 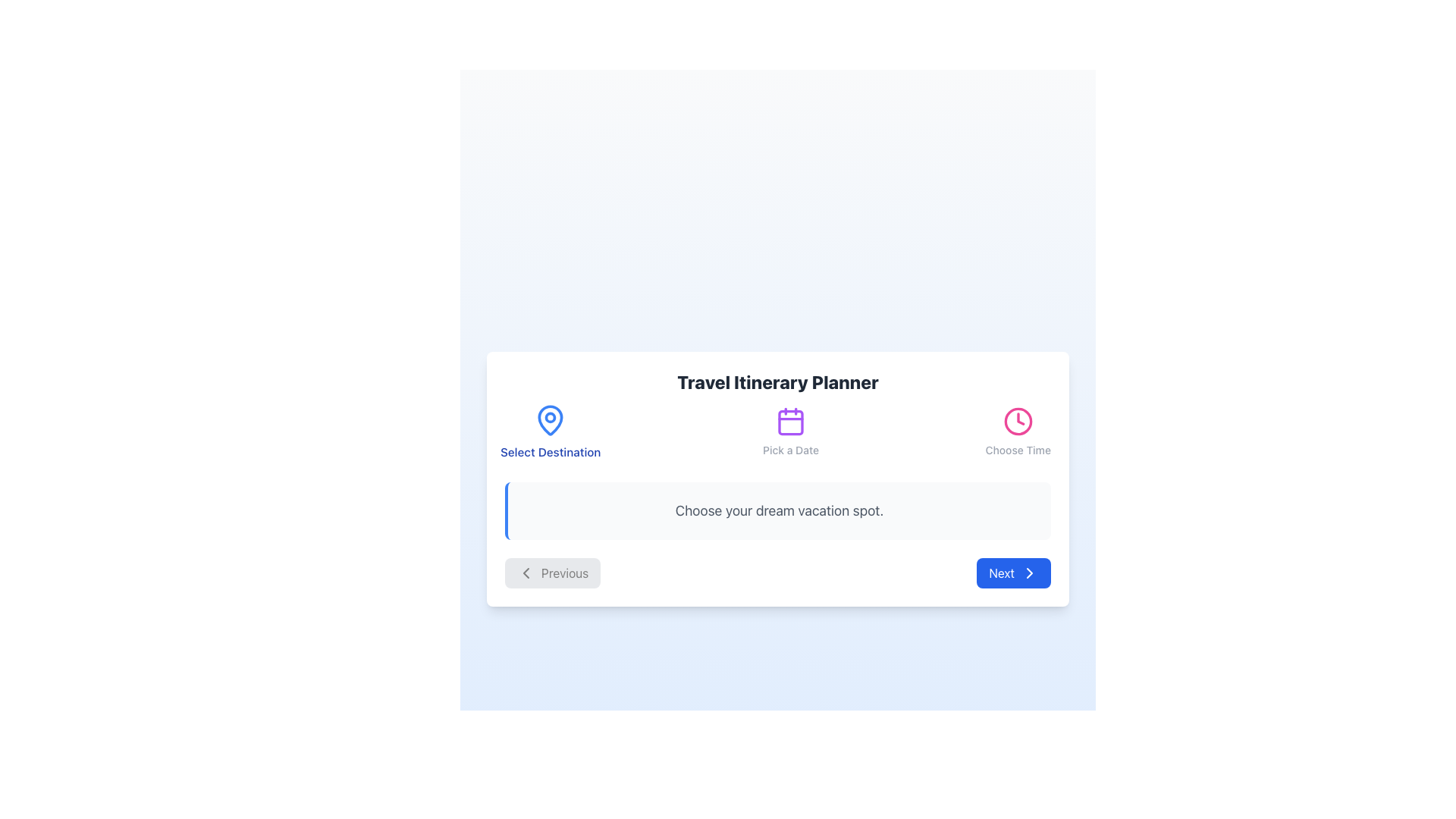 What do you see at coordinates (550, 451) in the screenshot?
I see `the static text label that describes the associated icon for selecting a travel destination, located under the first icon in a horizontally aligned group of options` at bounding box center [550, 451].